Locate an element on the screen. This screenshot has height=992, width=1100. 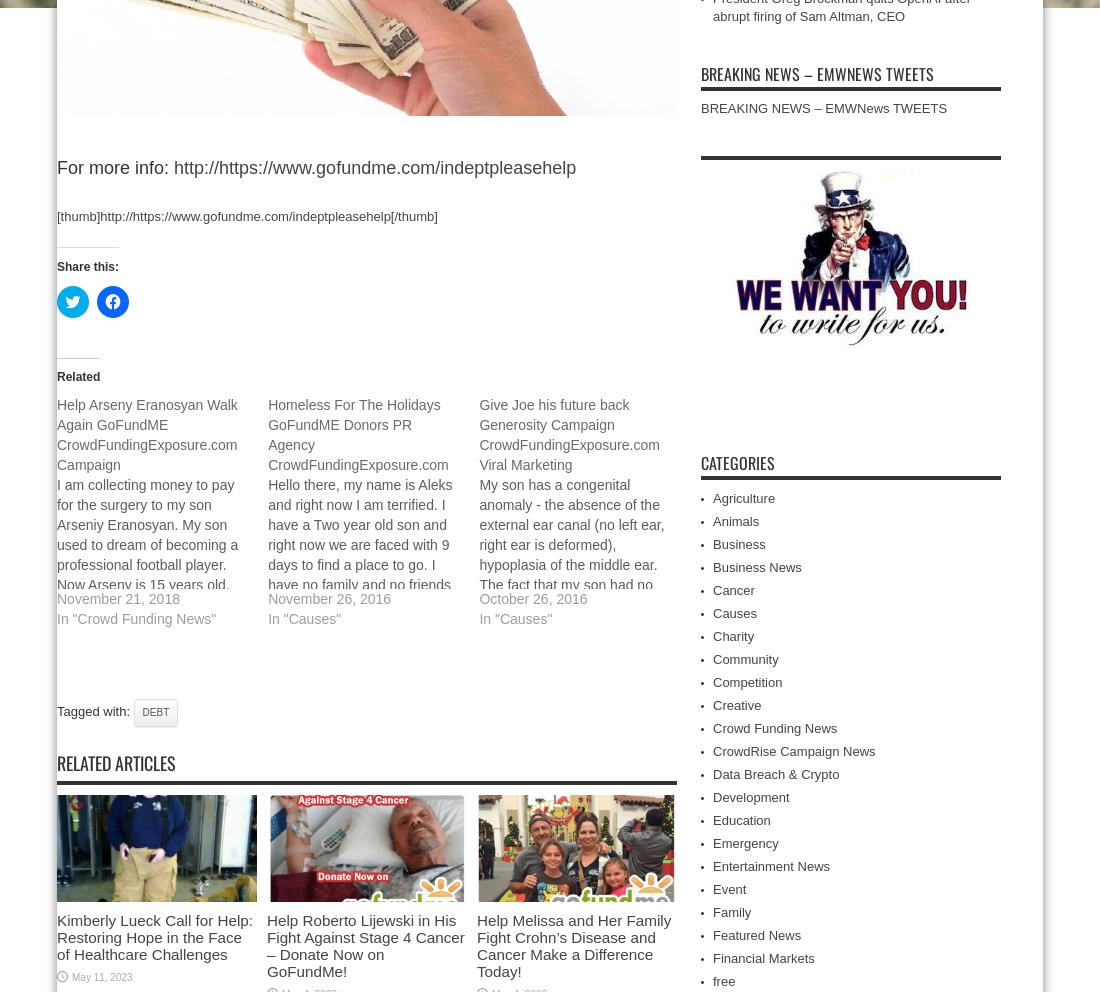
'Cancer' is located at coordinates (732, 589).